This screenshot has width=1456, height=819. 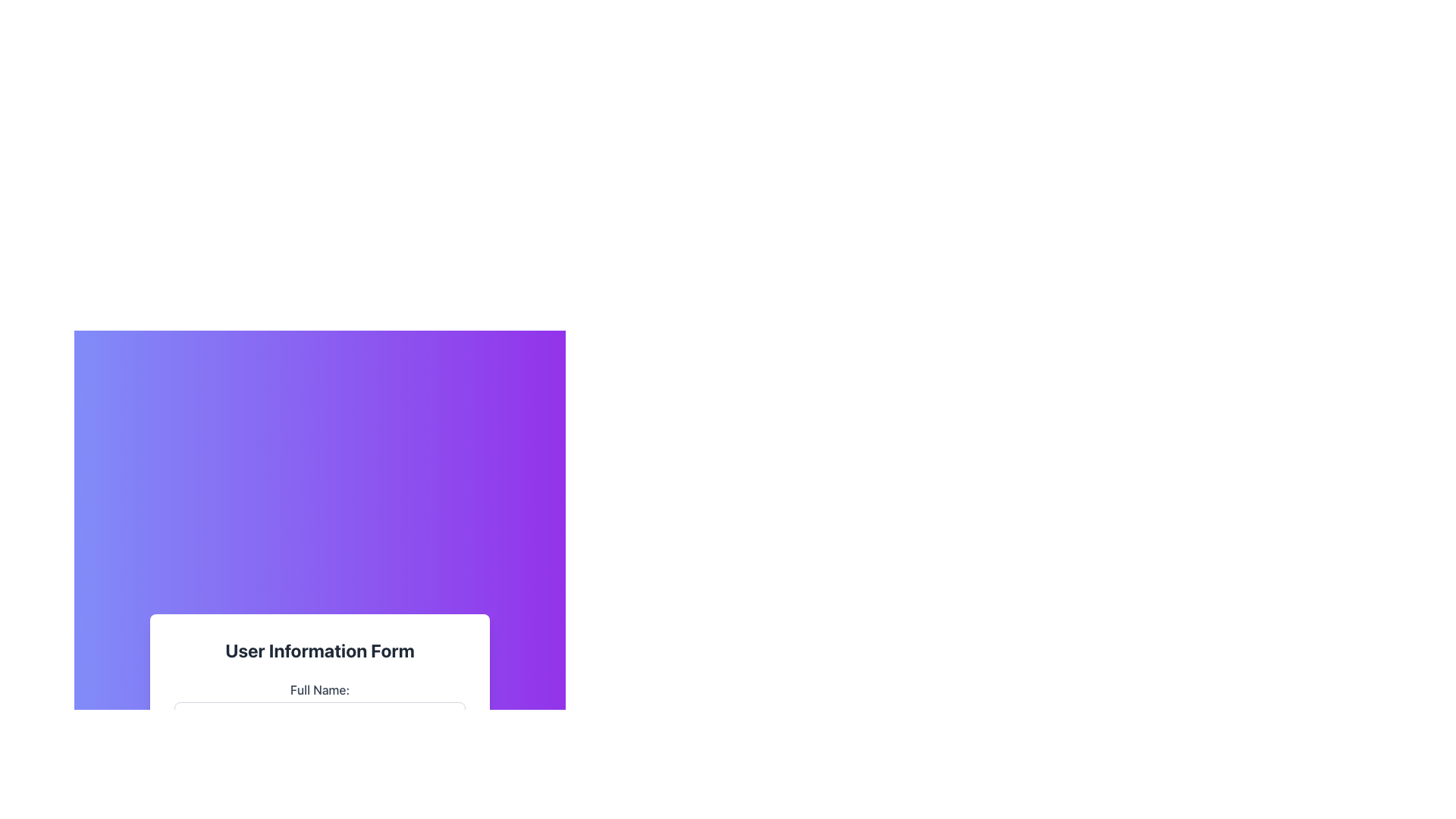 I want to click on text label 'Full Name:' which is styled in bold gray font, located above the input field for the user's full name in the 'User Information Form', so click(x=319, y=690).